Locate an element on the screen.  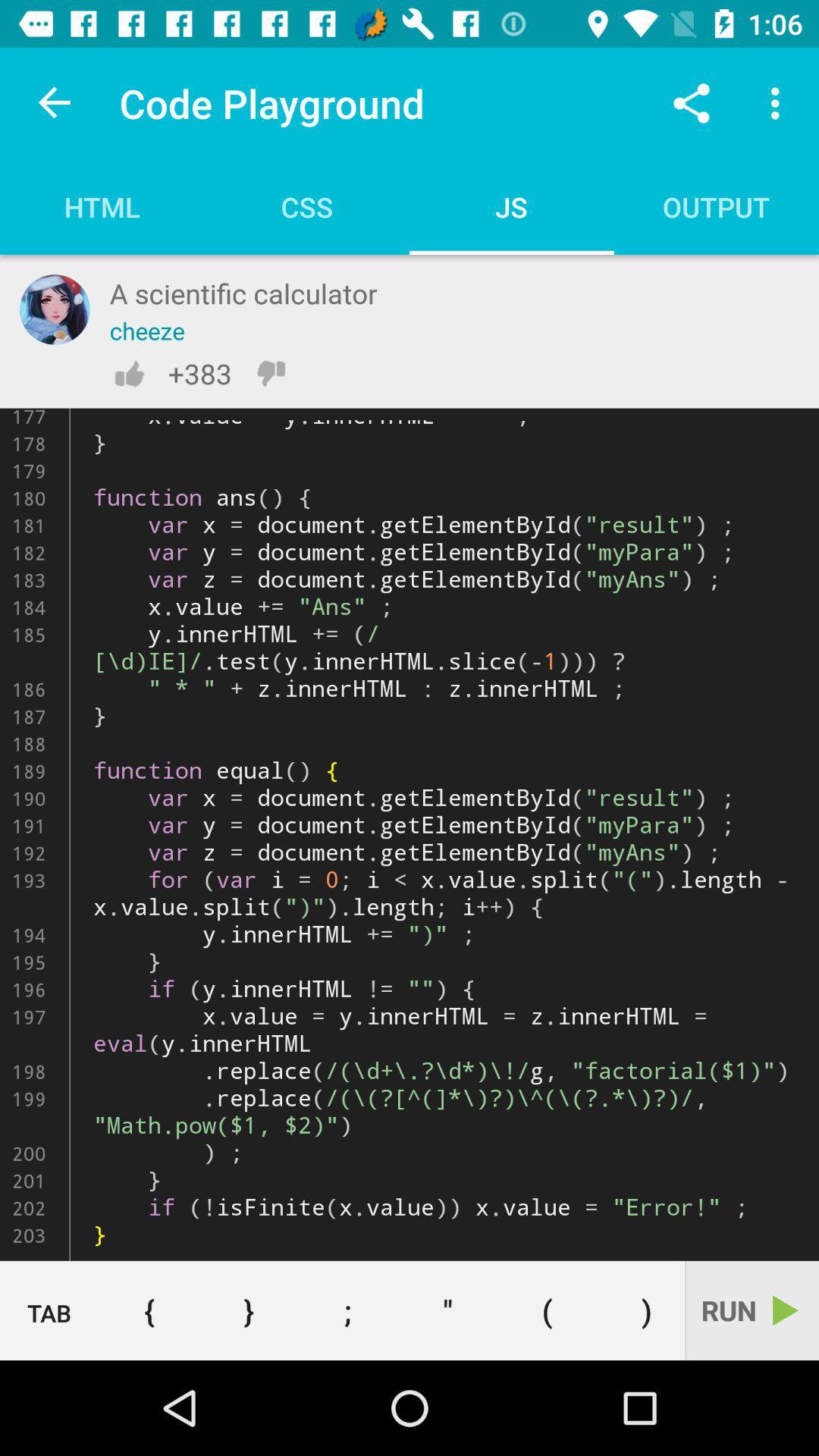
item to the left of } item is located at coordinates (149, 1310).